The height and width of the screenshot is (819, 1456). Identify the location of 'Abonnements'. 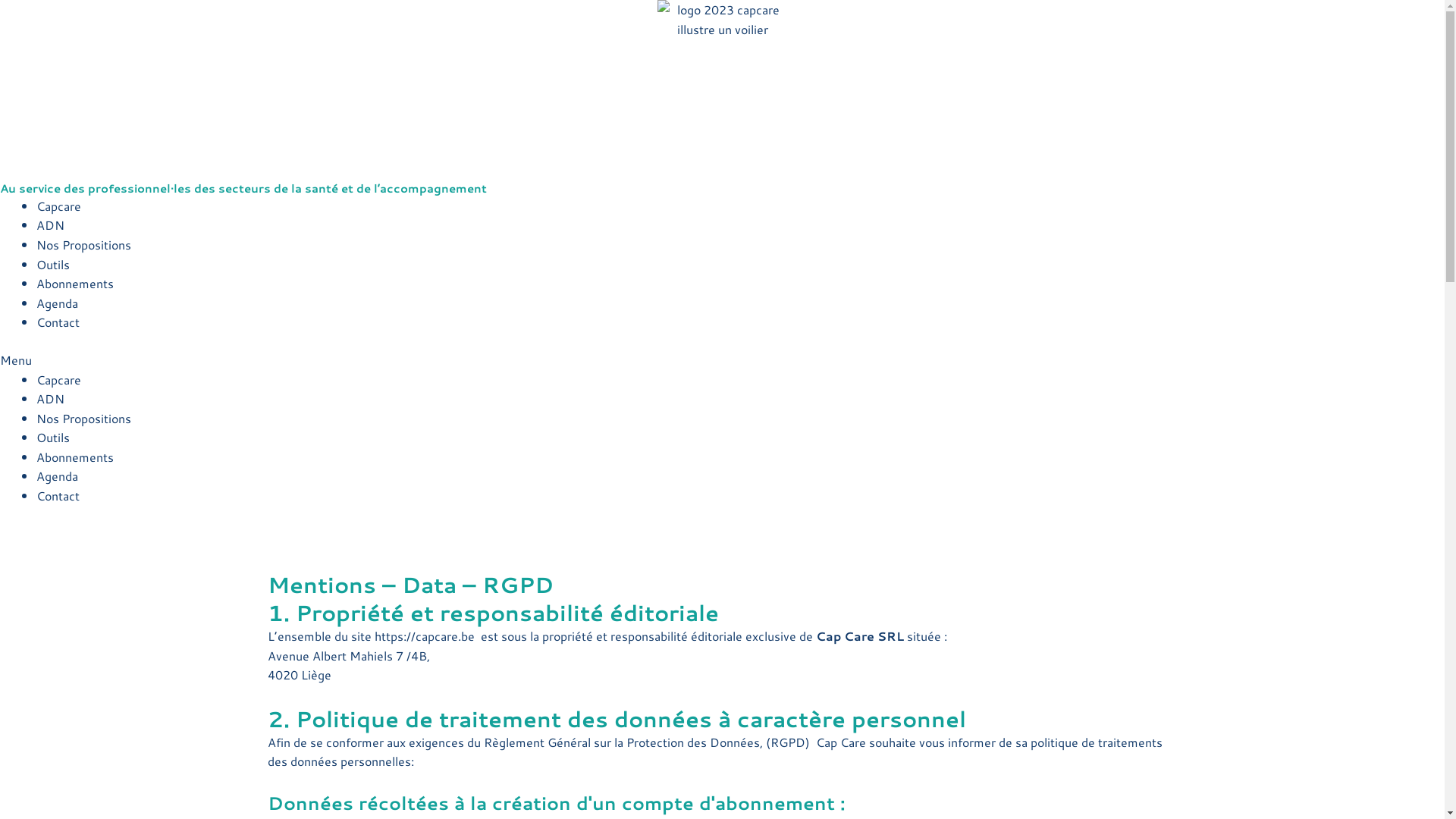
(74, 283).